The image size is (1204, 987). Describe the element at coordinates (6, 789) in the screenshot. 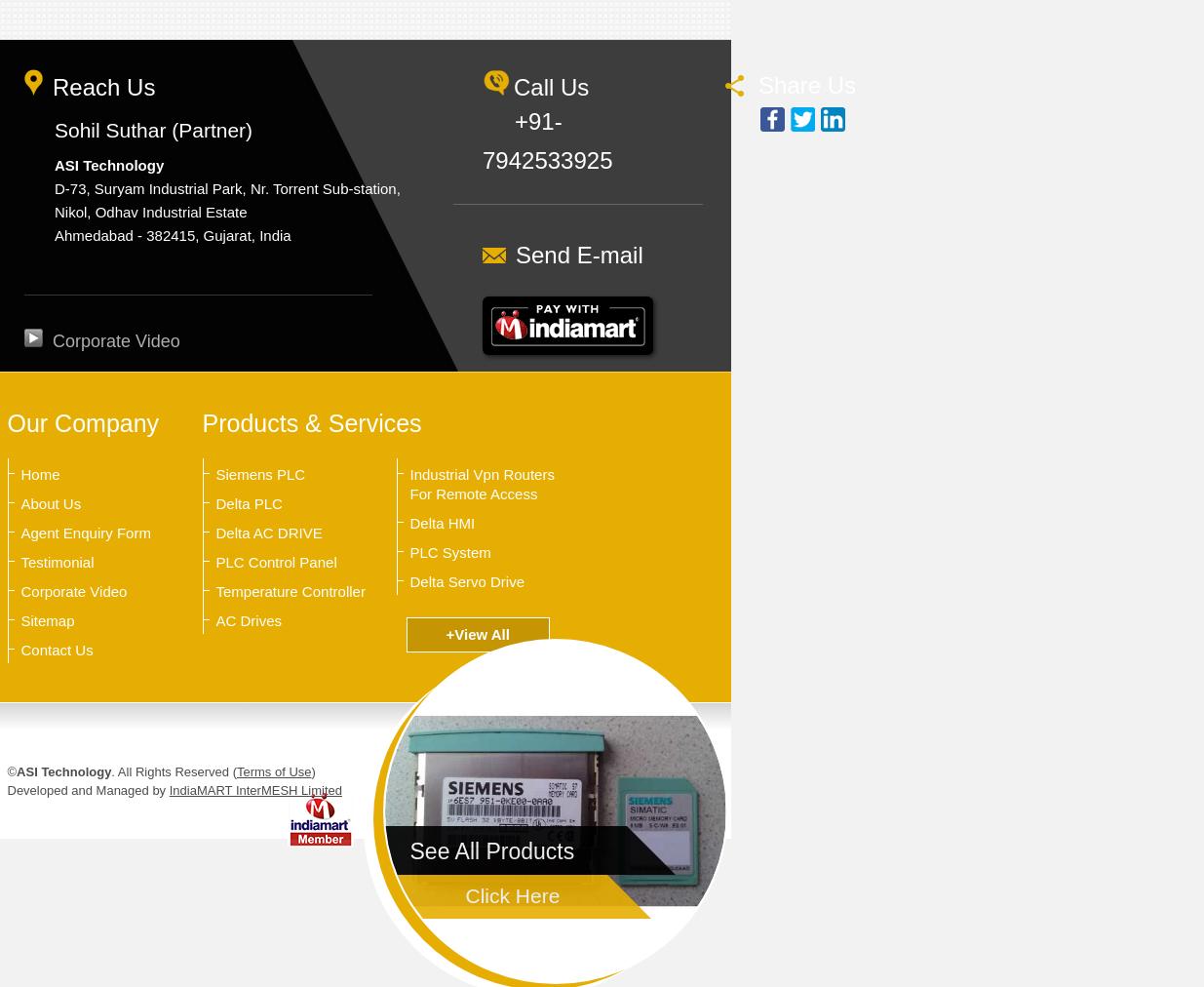

I see `'Developed and Managed by'` at that location.